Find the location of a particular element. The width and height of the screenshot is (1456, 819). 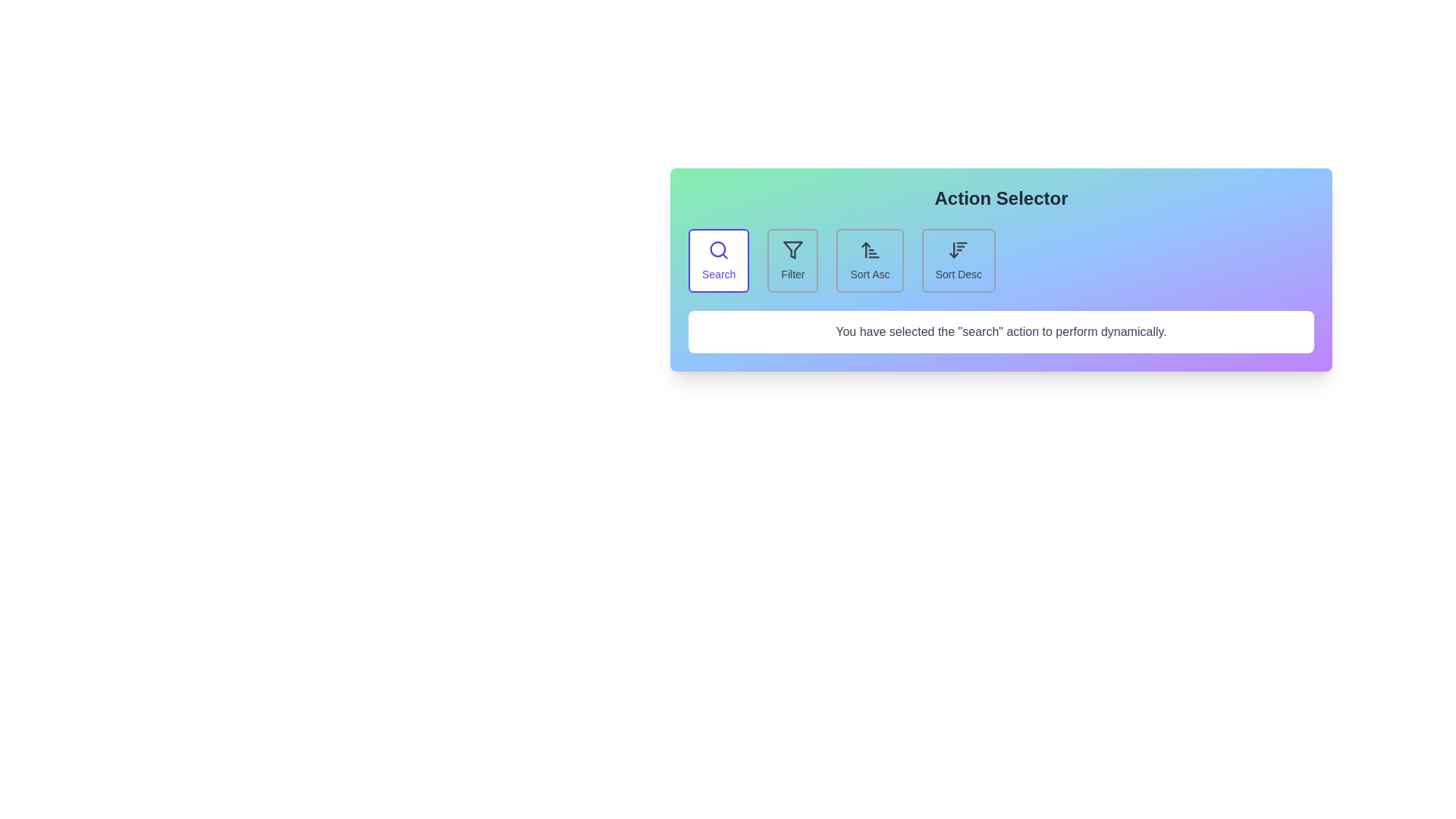

the small downward arrow icon within the 'Sort Desc' button is located at coordinates (958, 249).